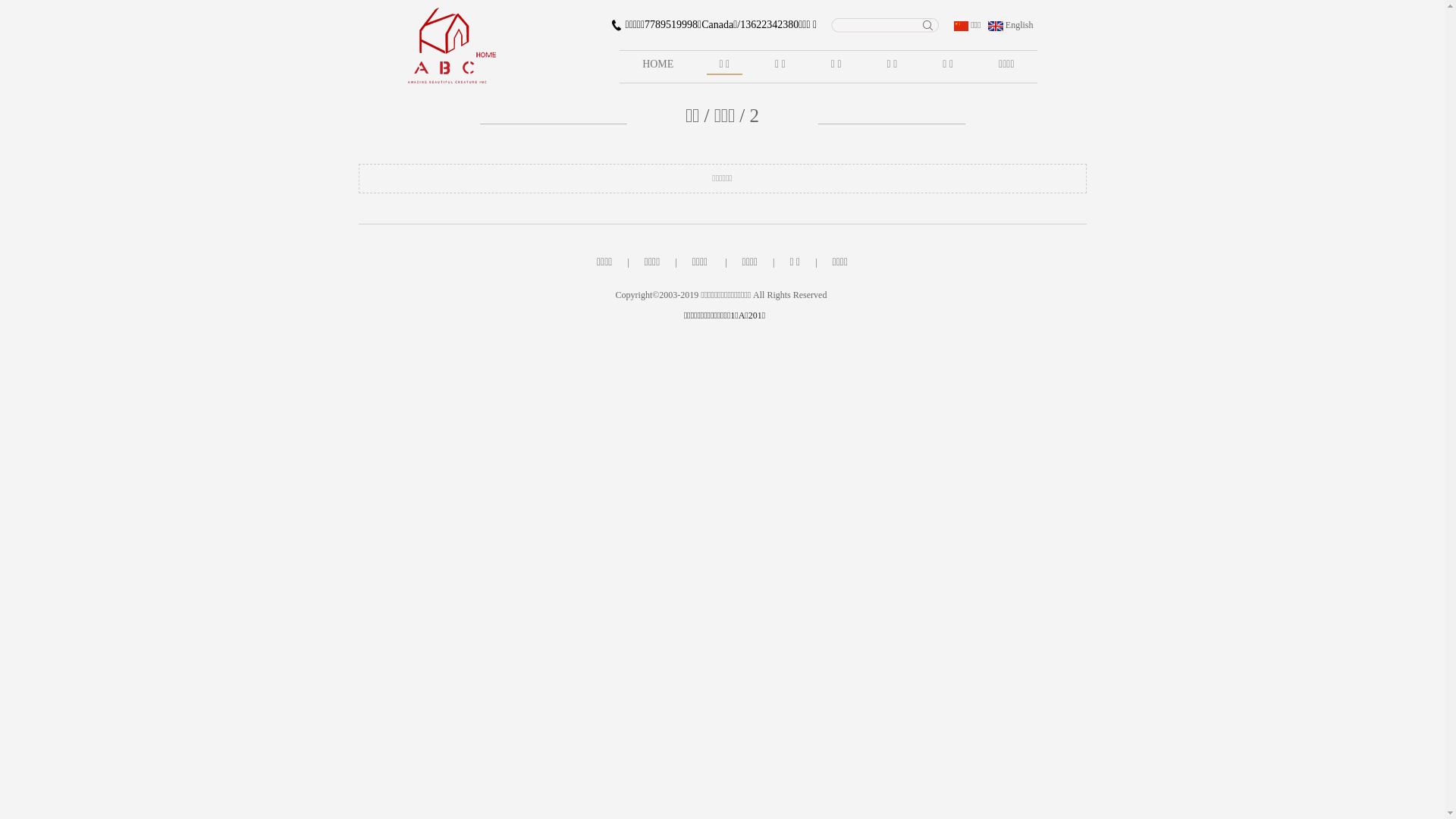 The height and width of the screenshot is (819, 1456). I want to click on '2', so click(755, 115).